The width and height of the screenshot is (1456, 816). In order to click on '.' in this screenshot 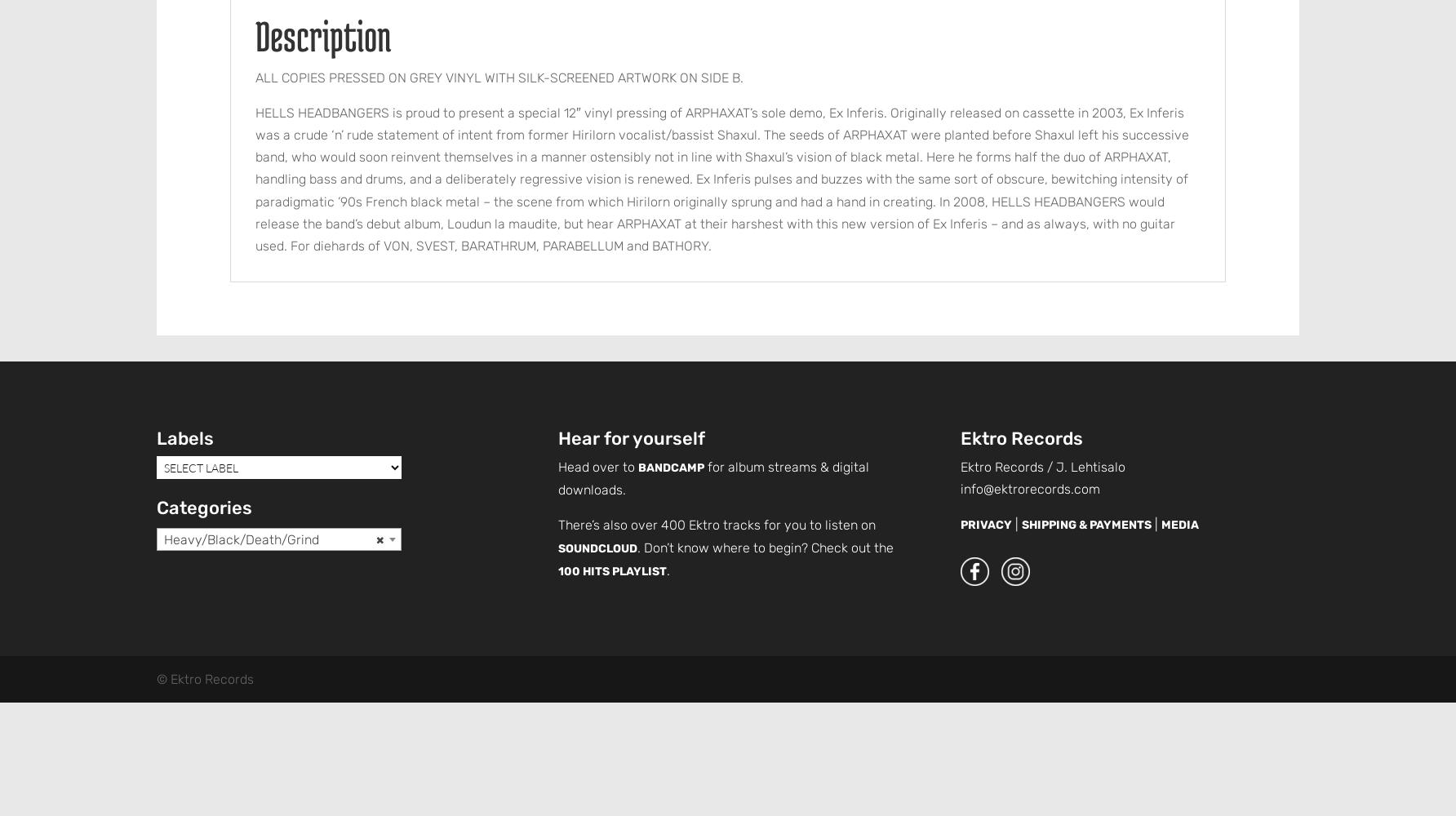, I will do `click(668, 569)`.